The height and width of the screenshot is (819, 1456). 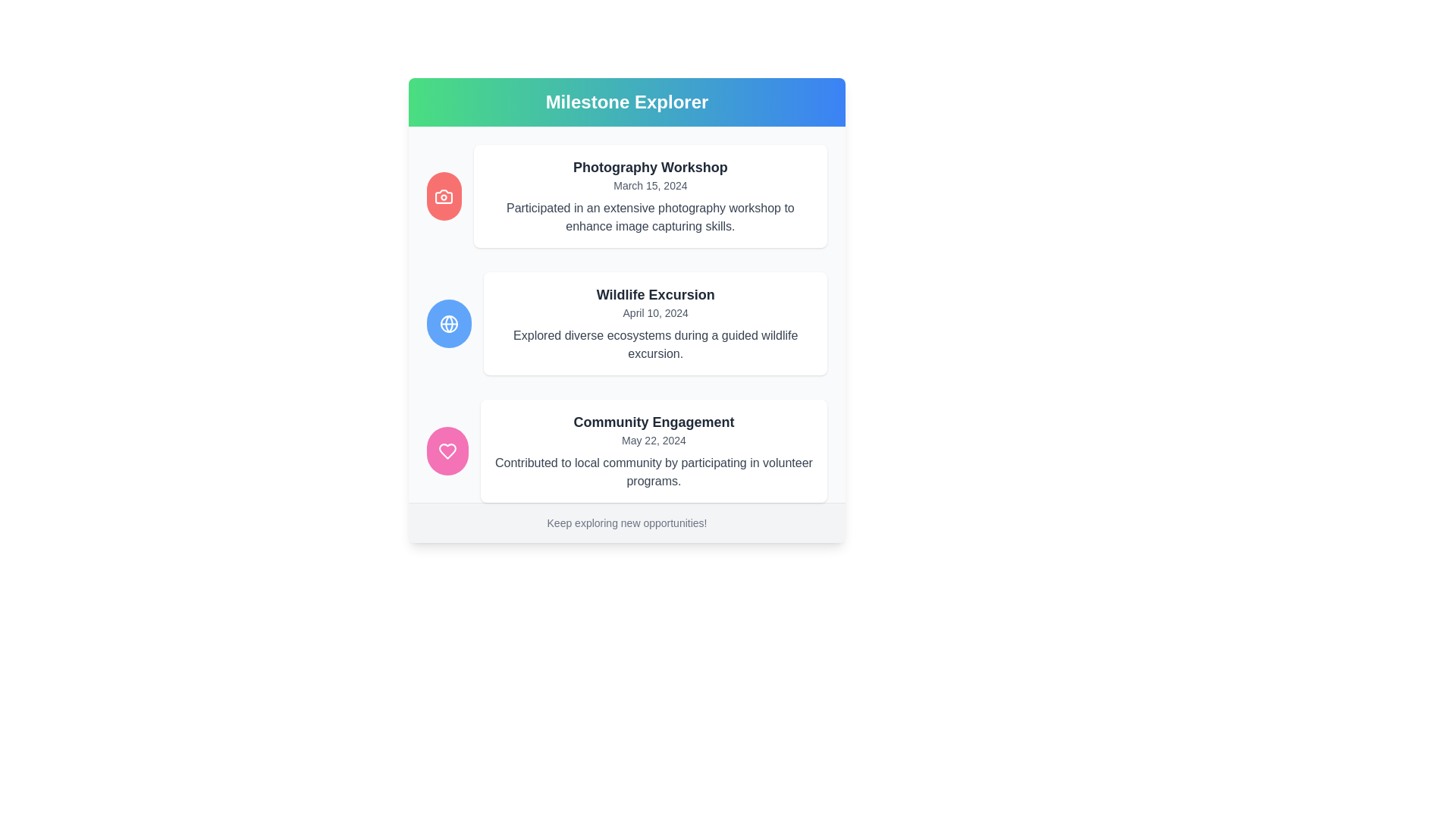 What do you see at coordinates (443, 195) in the screenshot?
I see `the camera icon located to the left of the 'Photography Workshop' text` at bounding box center [443, 195].